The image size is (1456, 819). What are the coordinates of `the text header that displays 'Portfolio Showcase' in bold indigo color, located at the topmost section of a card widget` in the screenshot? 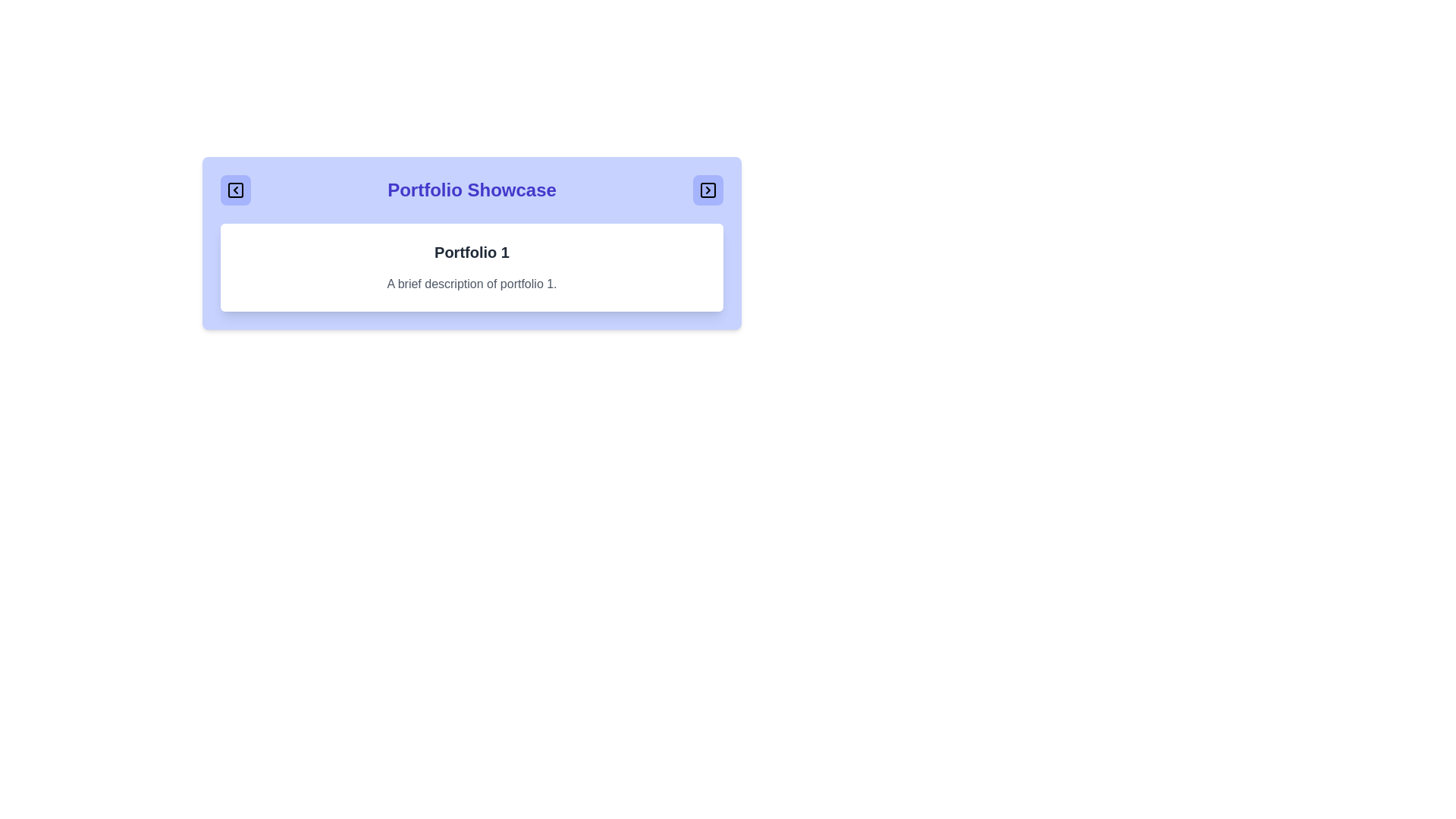 It's located at (471, 189).